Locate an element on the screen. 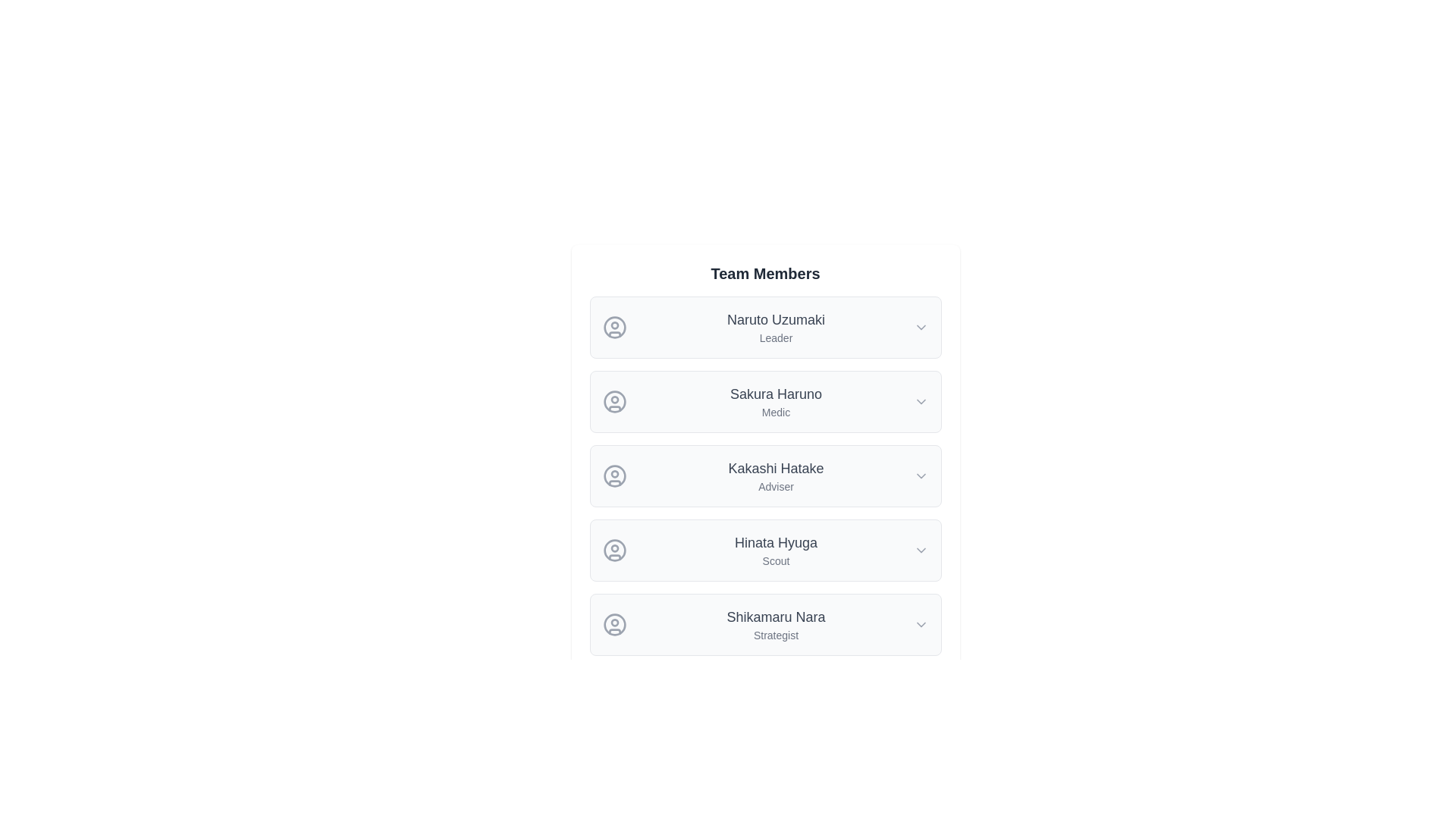 This screenshot has height=819, width=1456. the circular profile icon, which is part of an SVG graphic, positioned at the center of the user avatar to the left of the text 'Naruto Uzumaki' and 'Leader' in the team members list is located at coordinates (614, 327).